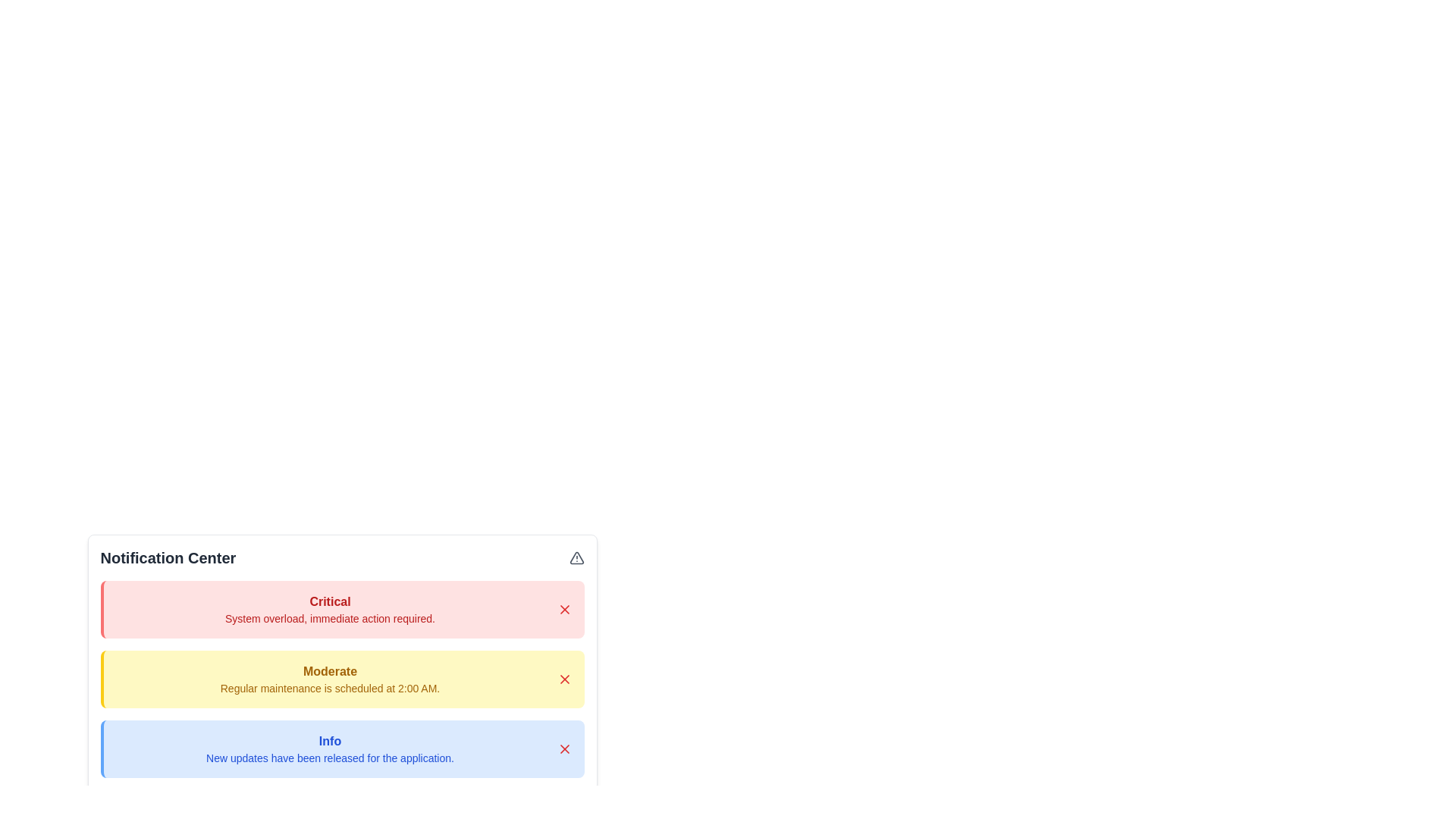  What do you see at coordinates (329, 608) in the screenshot?
I see `the notification with level Critical to view its details` at bounding box center [329, 608].